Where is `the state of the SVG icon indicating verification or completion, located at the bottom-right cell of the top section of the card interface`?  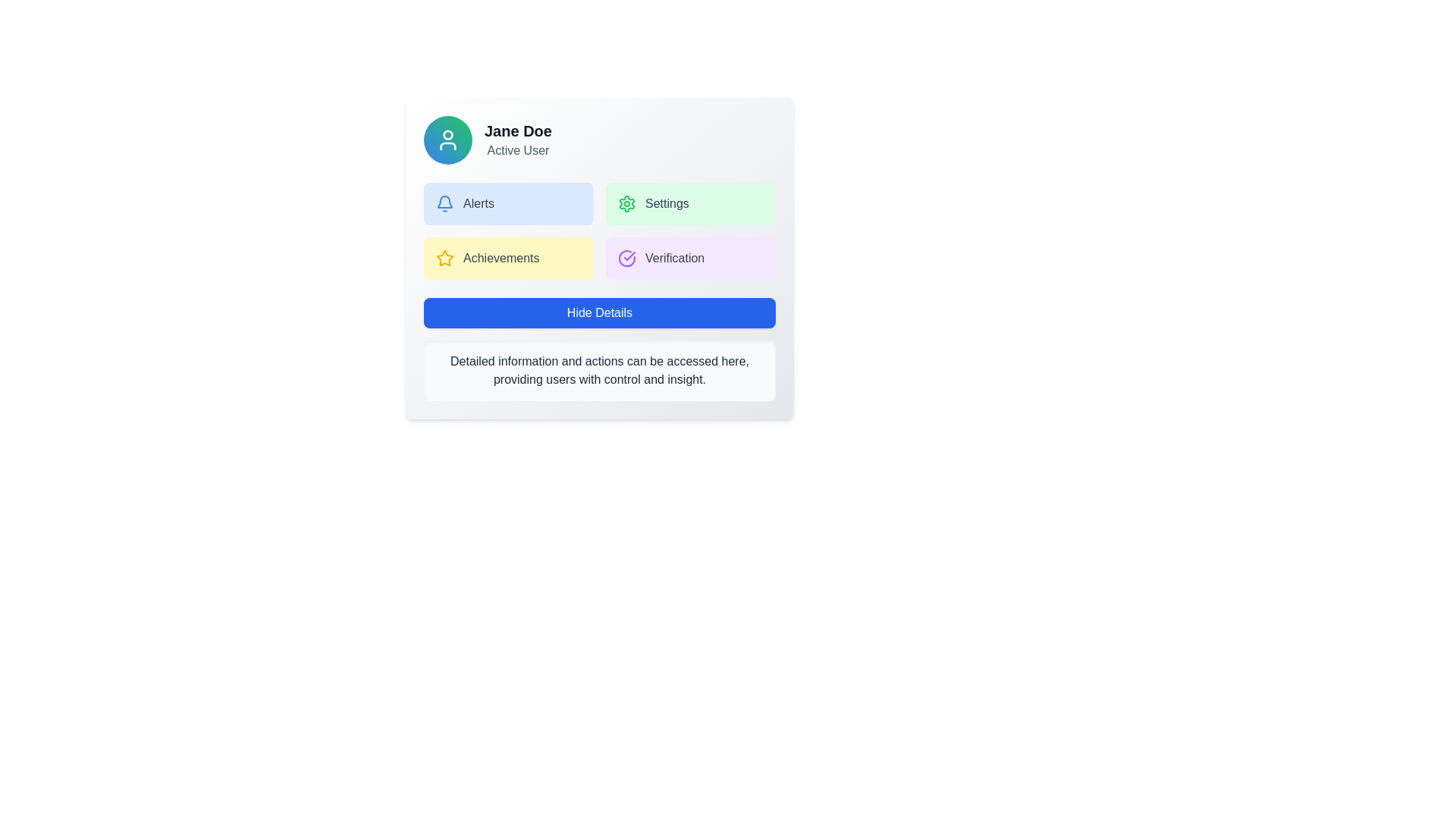 the state of the SVG icon indicating verification or completion, located at the bottom-right cell of the top section of the card interface is located at coordinates (626, 257).